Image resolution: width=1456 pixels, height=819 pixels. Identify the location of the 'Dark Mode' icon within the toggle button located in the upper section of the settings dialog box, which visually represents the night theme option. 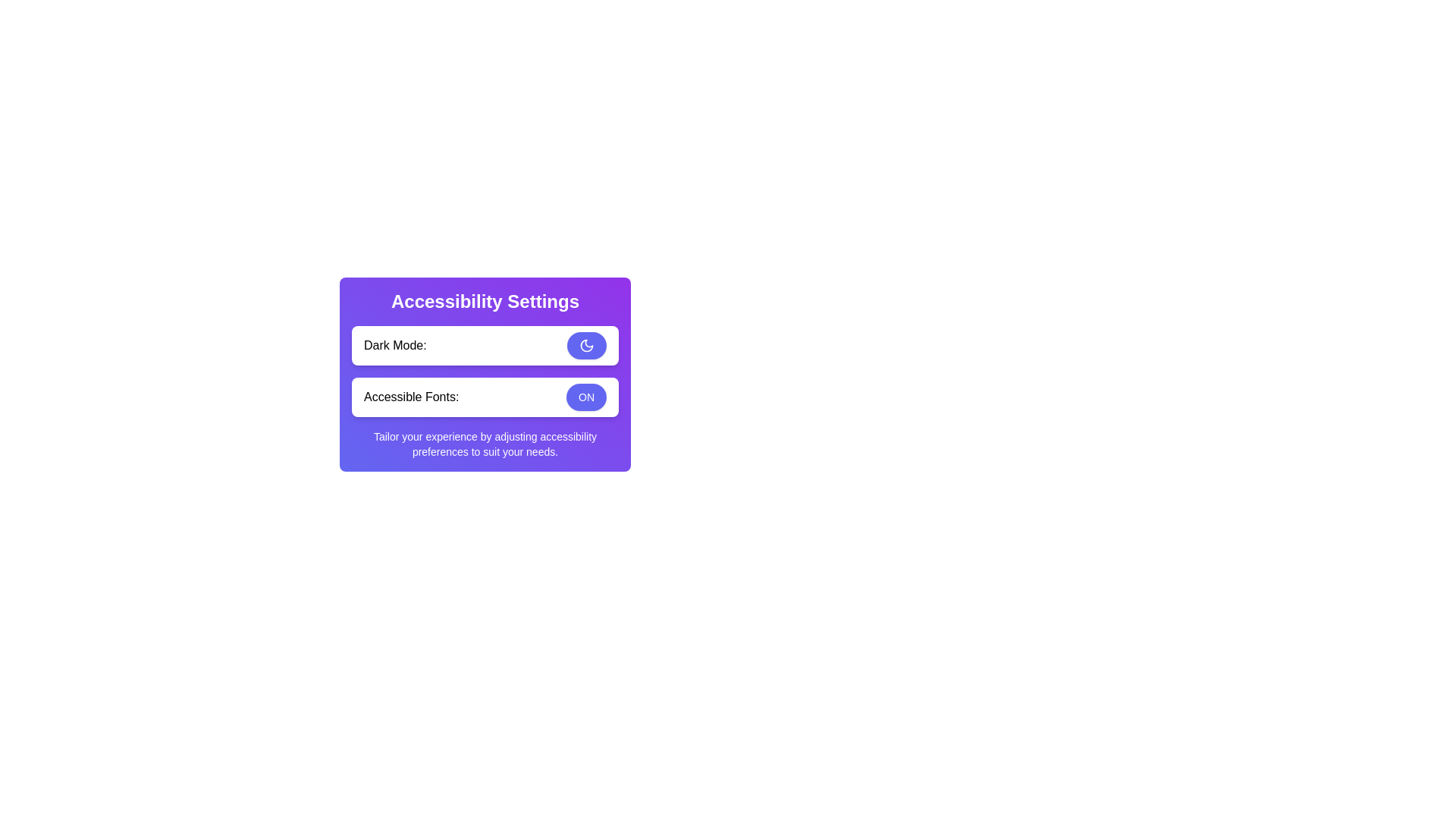
(585, 345).